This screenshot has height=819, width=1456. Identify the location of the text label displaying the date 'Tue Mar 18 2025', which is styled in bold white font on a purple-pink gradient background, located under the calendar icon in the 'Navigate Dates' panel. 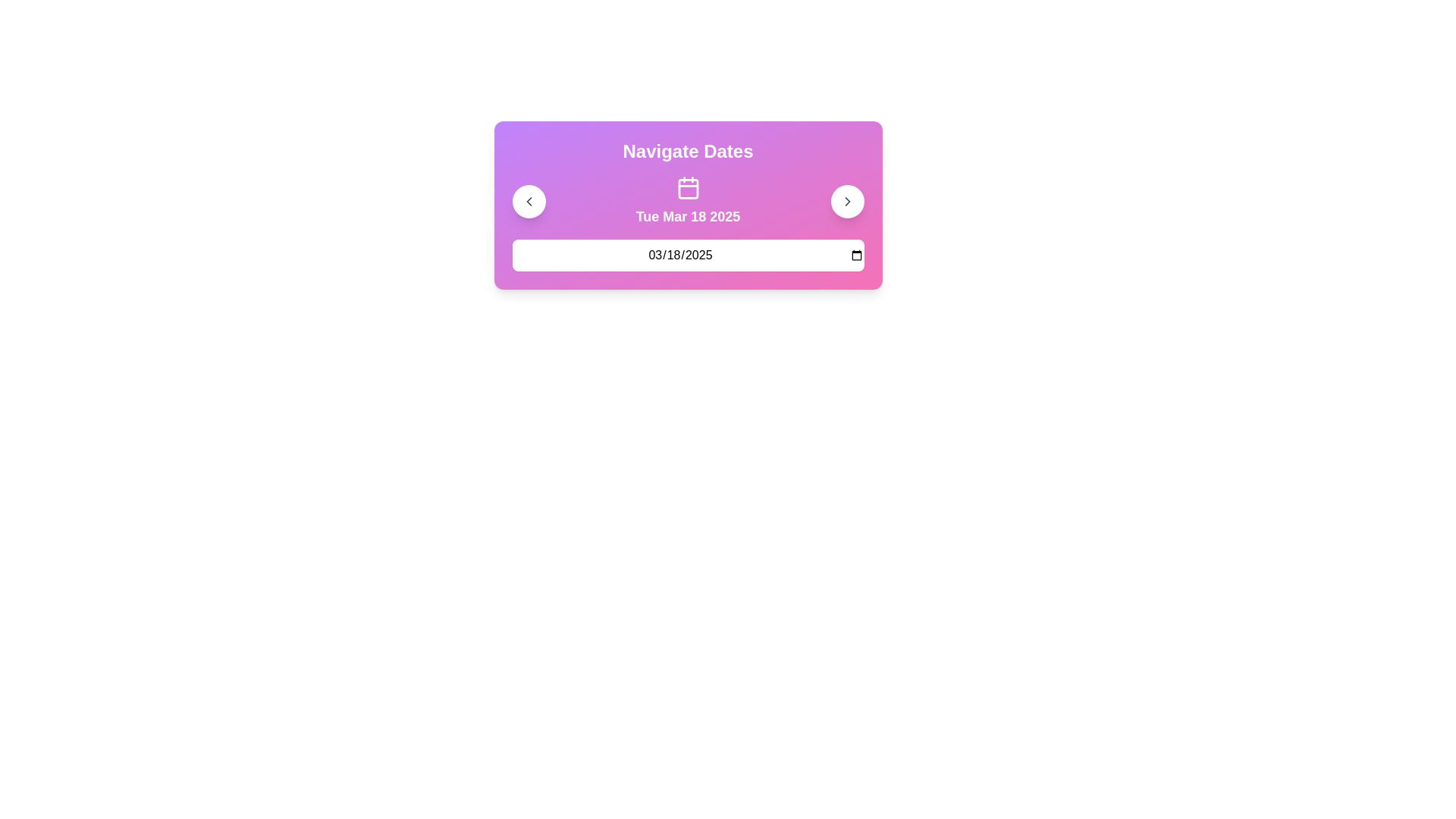
(687, 216).